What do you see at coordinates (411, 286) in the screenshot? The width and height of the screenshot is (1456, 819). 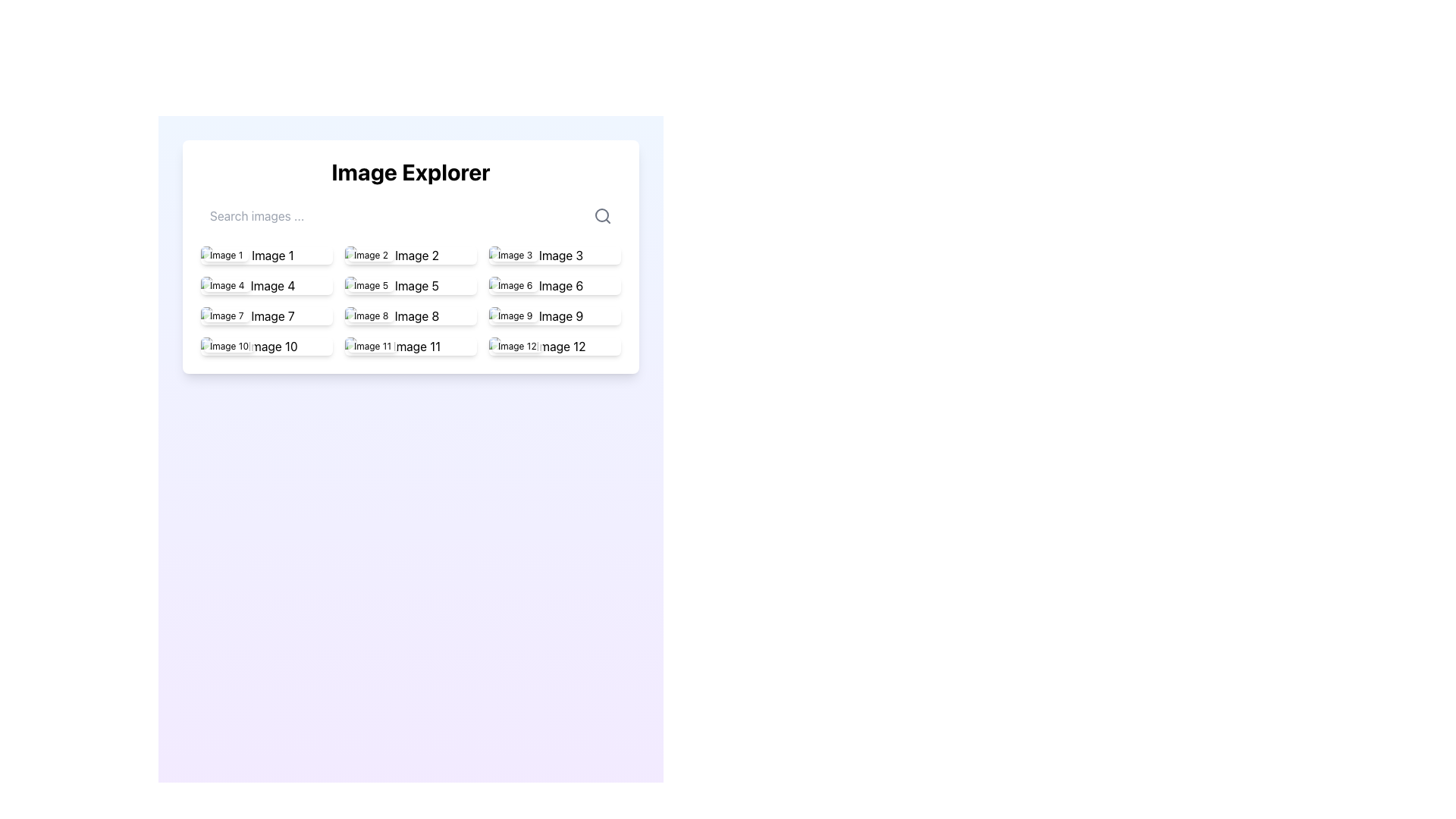 I see `the thumbnail labeled 'Image 5'` at bounding box center [411, 286].